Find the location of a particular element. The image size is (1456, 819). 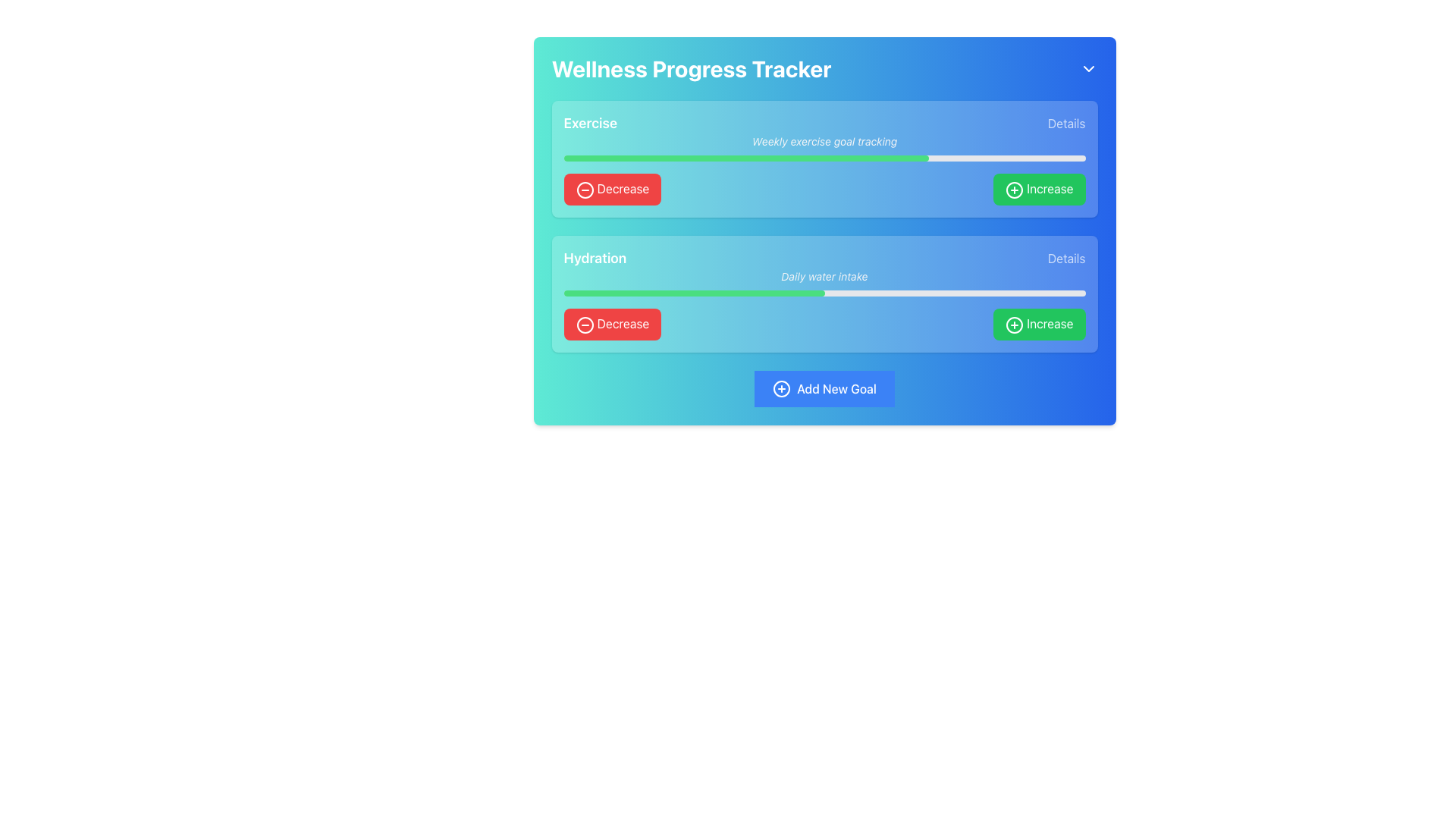

the visual icon inside the 'Increase' button, which is positioned to the right of the progress bar for 'Exercise' is located at coordinates (1014, 189).